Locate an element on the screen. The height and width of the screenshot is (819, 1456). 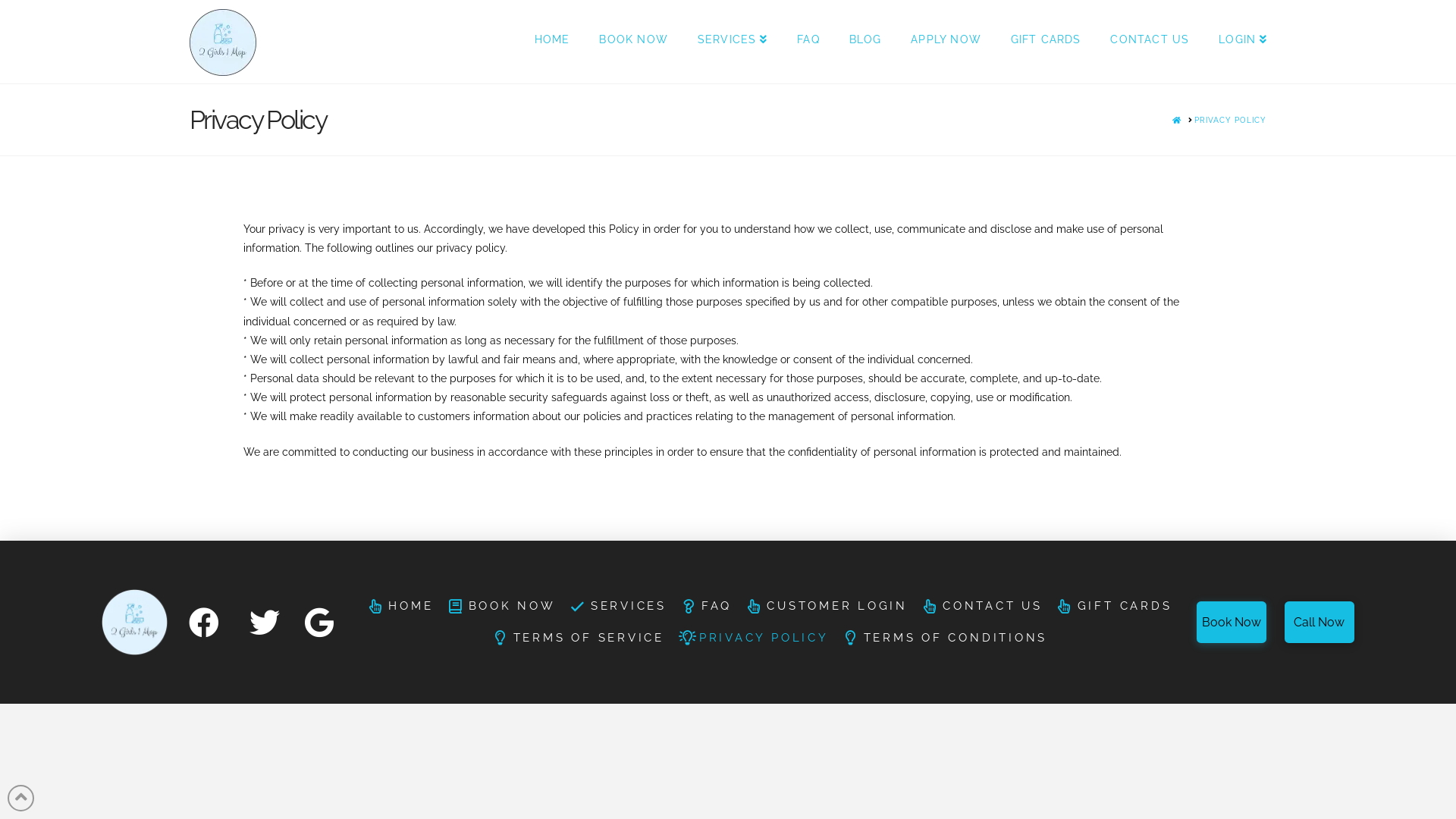
'PRIVACY POLICY' is located at coordinates (1230, 119).